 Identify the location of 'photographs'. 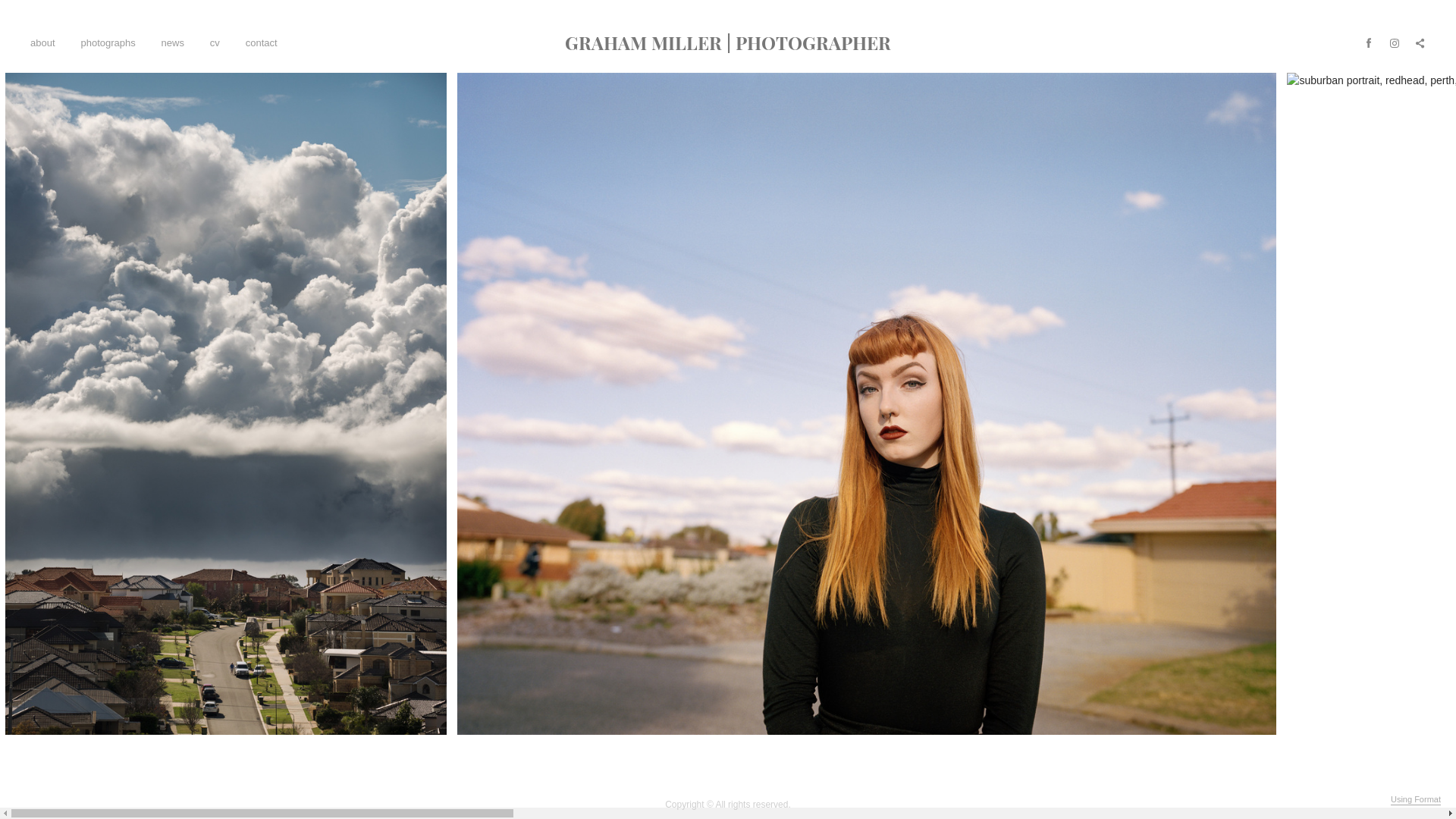
(107, 42).